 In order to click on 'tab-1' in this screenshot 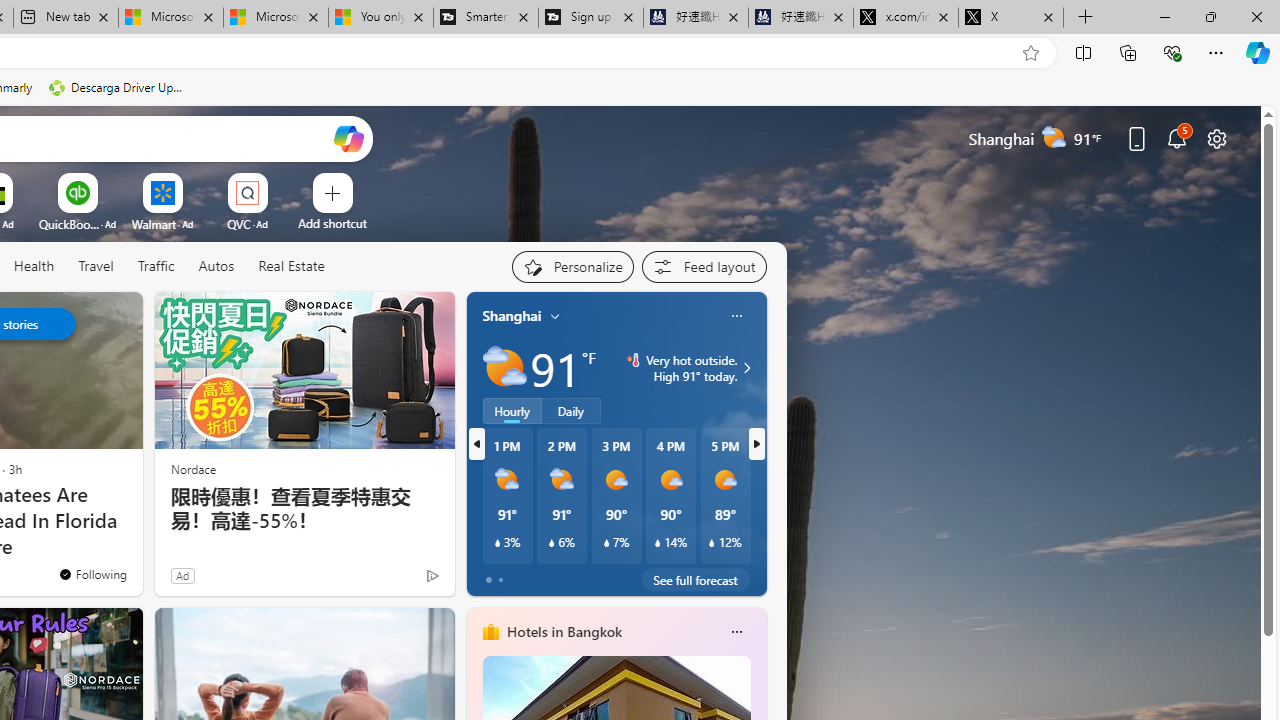, I will do `click(500, 579)`.